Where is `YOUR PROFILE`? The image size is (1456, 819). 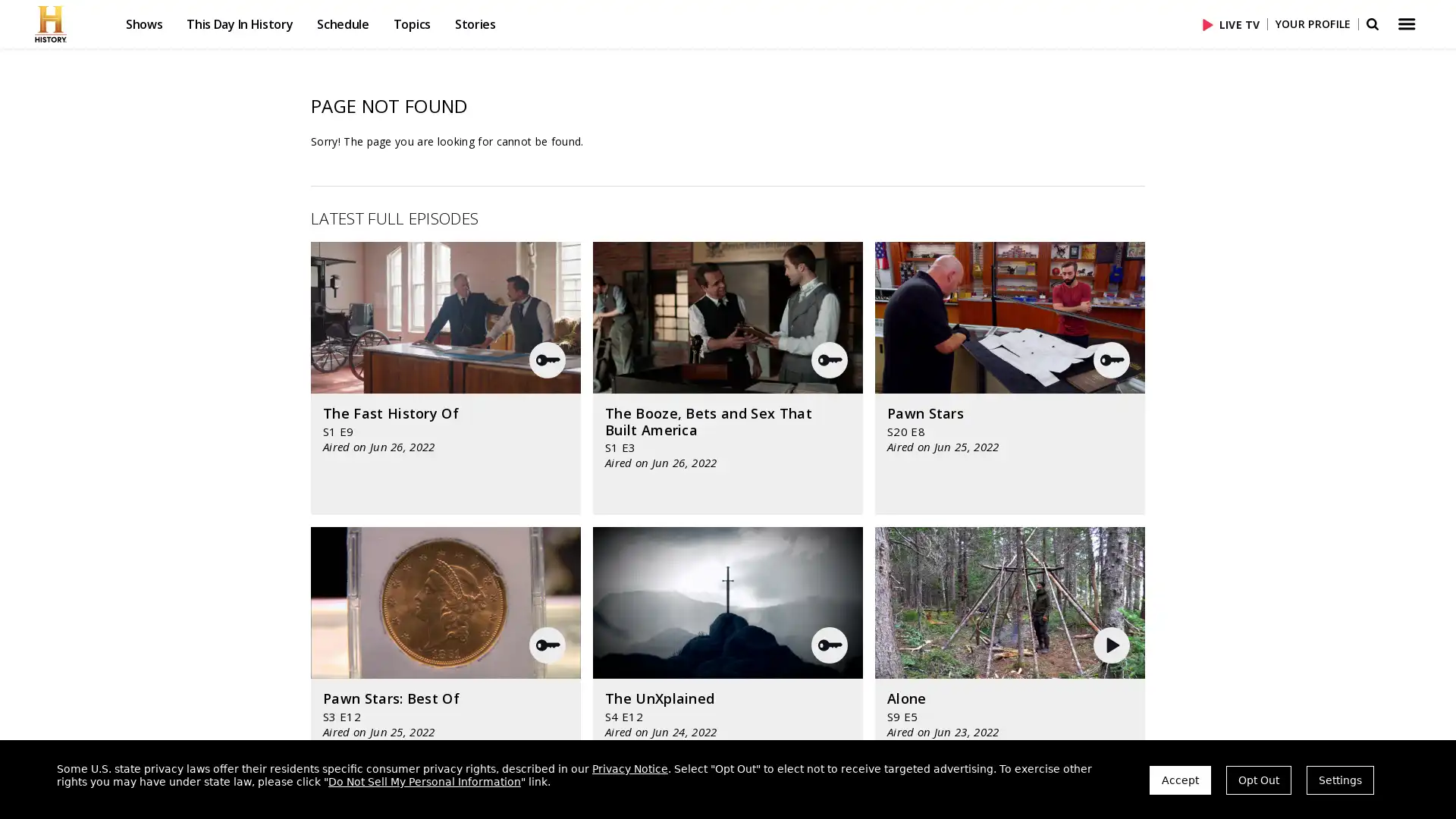
YOUR PROFILE is located at coordinates (1312, 24).